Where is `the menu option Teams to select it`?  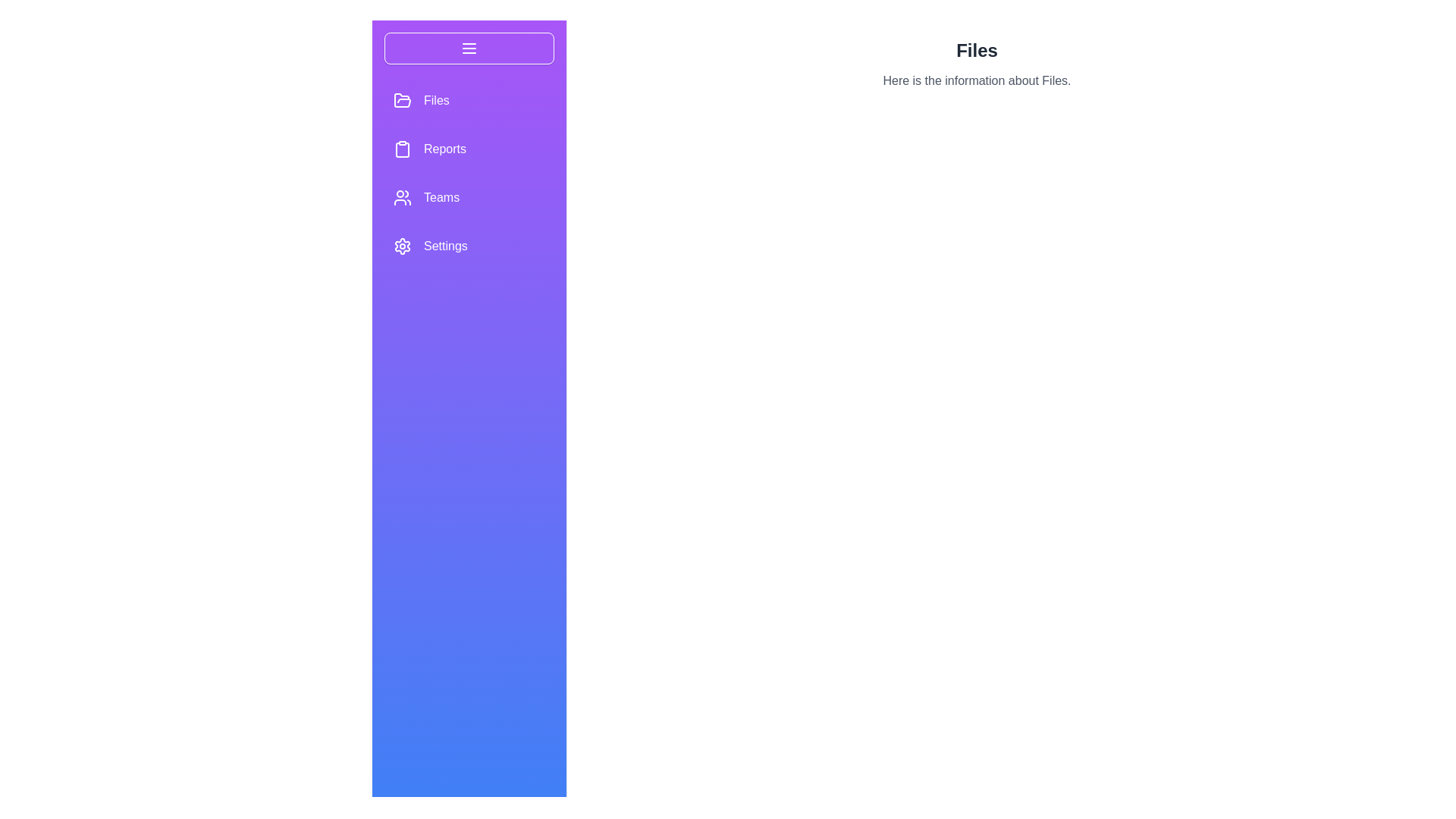
the menu option Teams to select it is located at coordinates (403, 197).